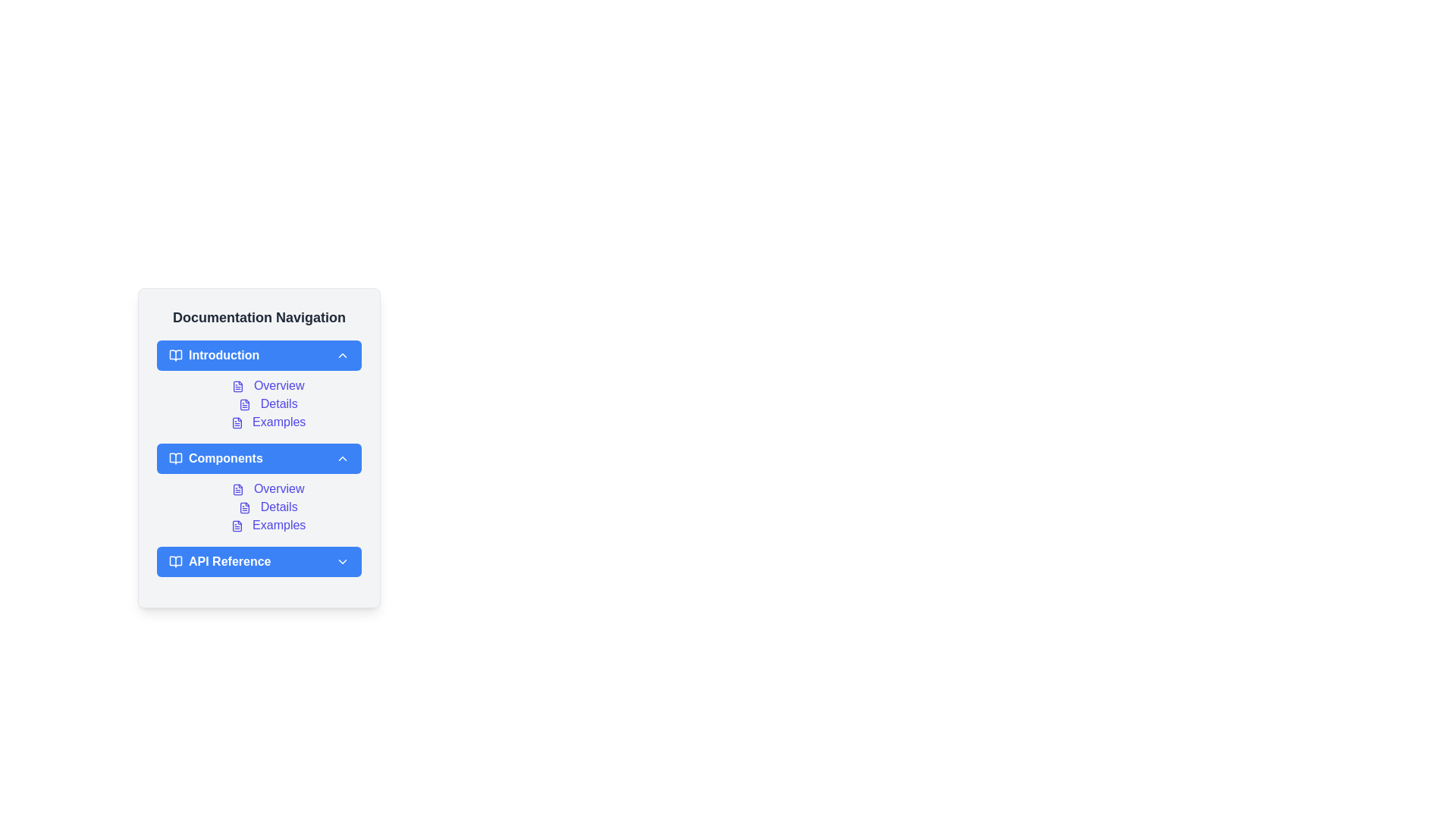 Image resolution: width=1456 pixels, height=819 pixels. What do you see at coordinates (237, 385) in the screenshot?
I see `the 'Overview' icon located to the left of the text under the expanded 'Introduction' section of the navigation menu` at bounding box center [237, 385].